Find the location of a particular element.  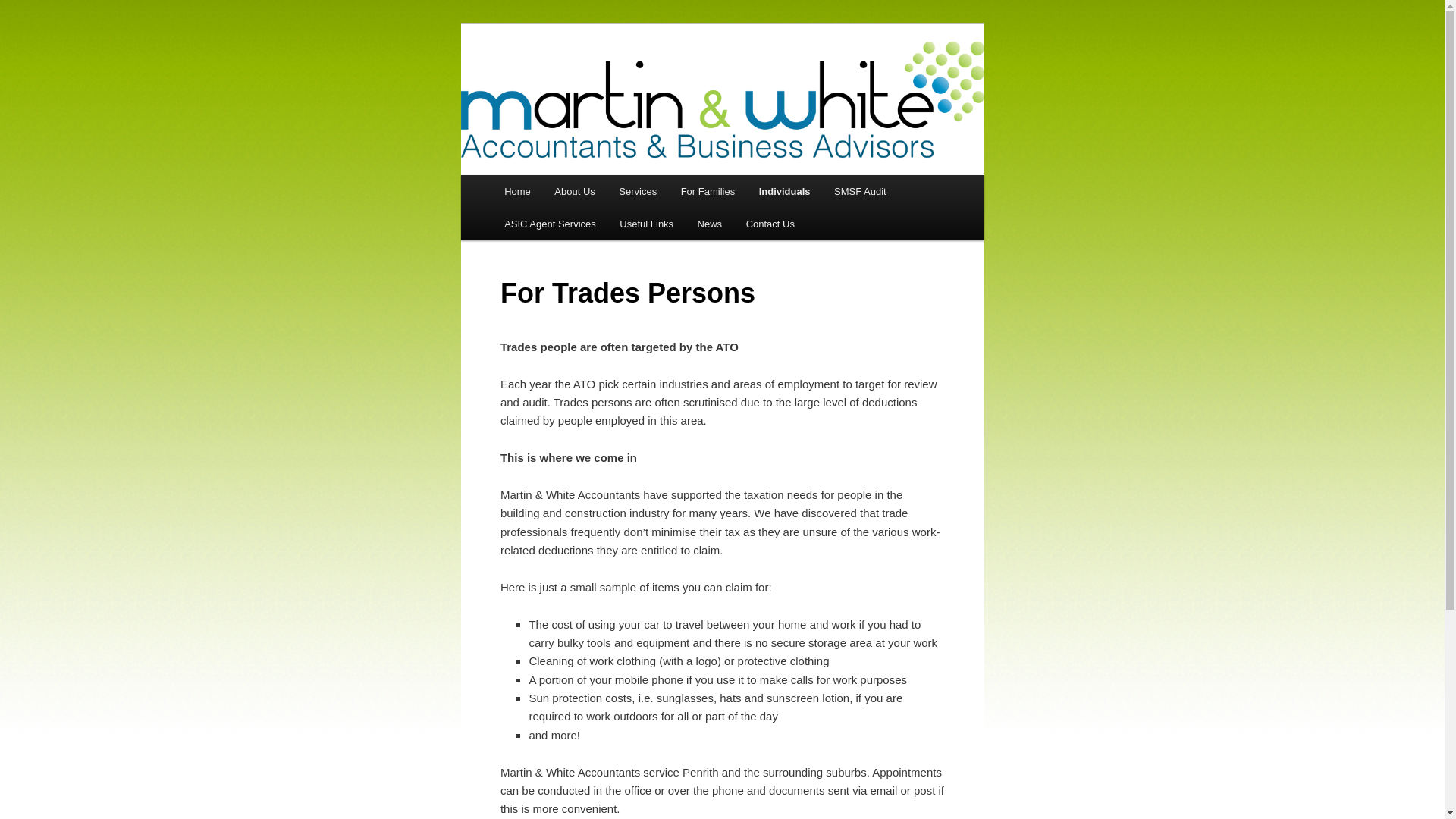

'SMSF Audit' is located at coordinates (859, 190).